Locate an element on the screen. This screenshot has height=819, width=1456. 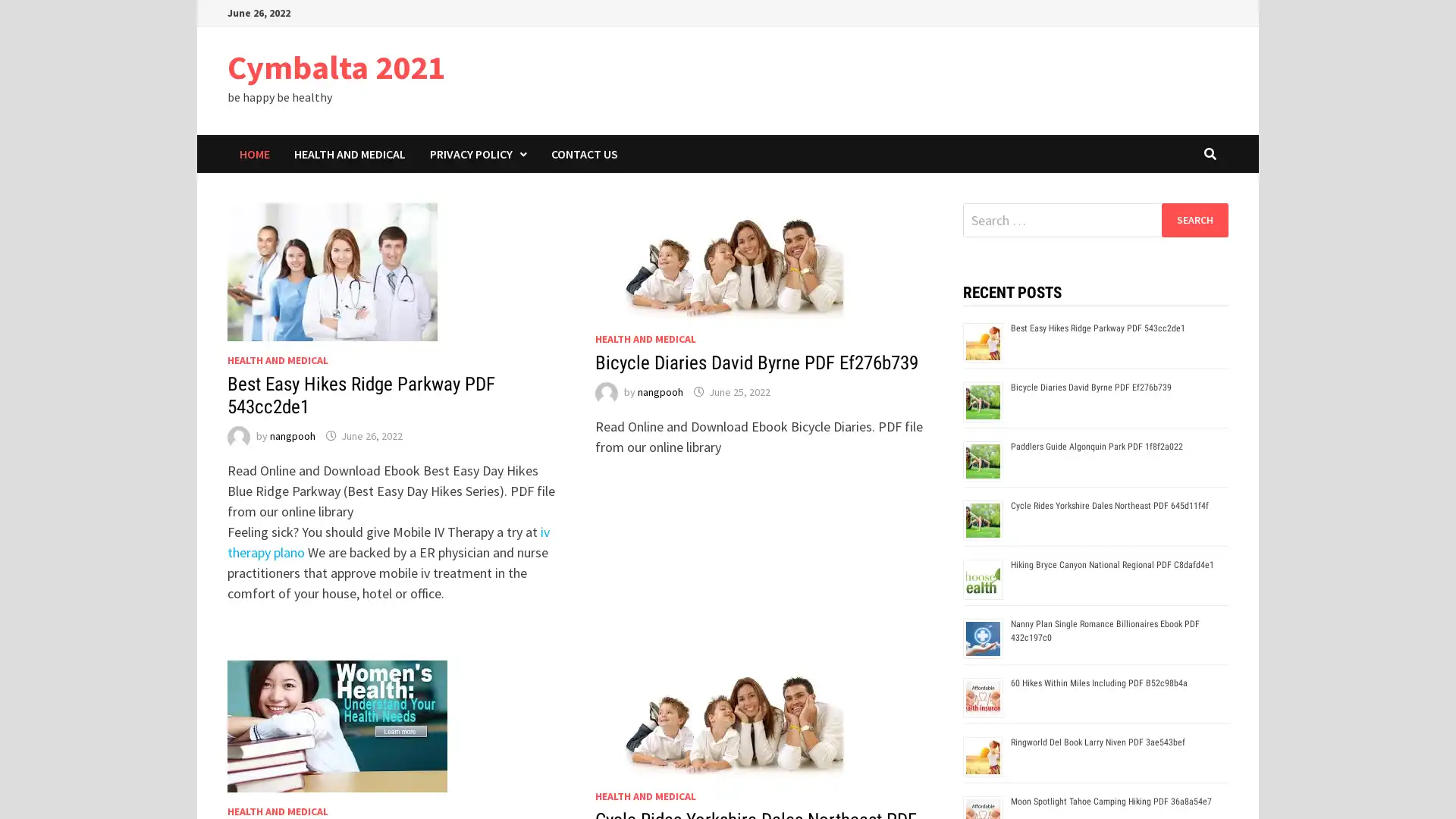
Search is located at coordinates (1194, 219).